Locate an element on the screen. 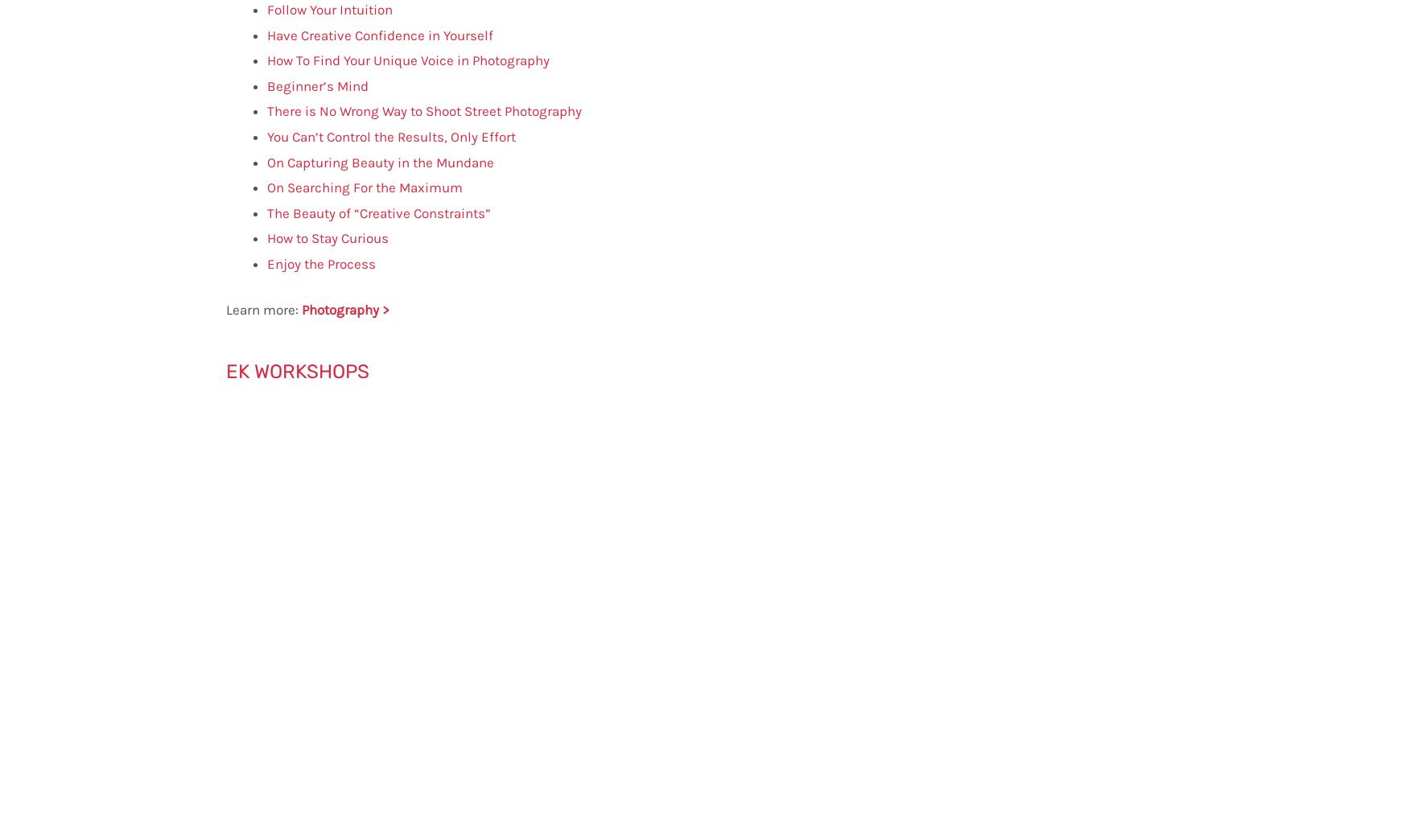  'You Can’t Control the Results, Only Effort' is located at coordinates (390, 135).